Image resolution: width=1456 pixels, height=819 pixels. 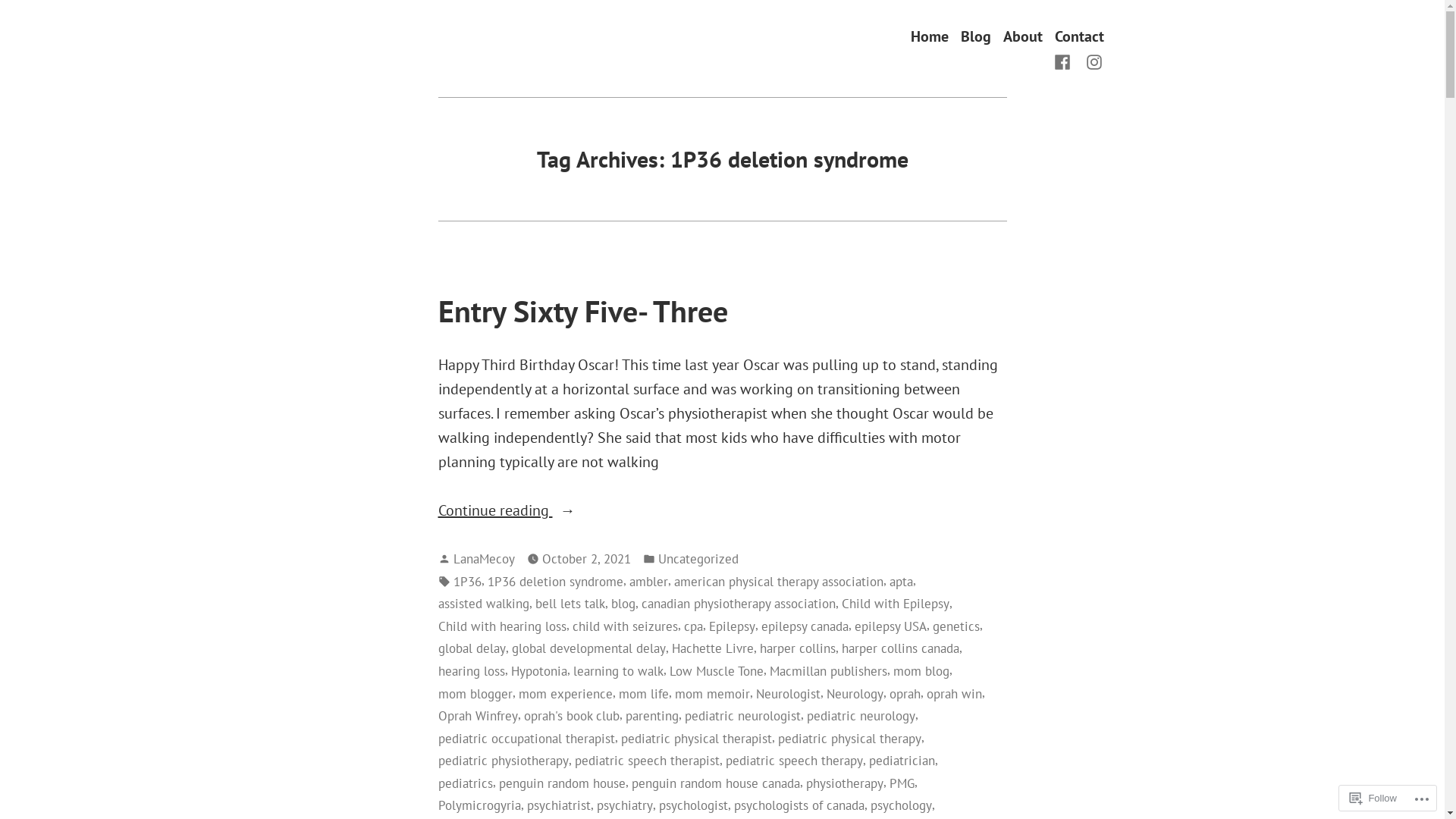 What do you see at coordinates (570, 602) in the screenshot?
I see `'bell lets talk'` at bounding box center [570, 602].